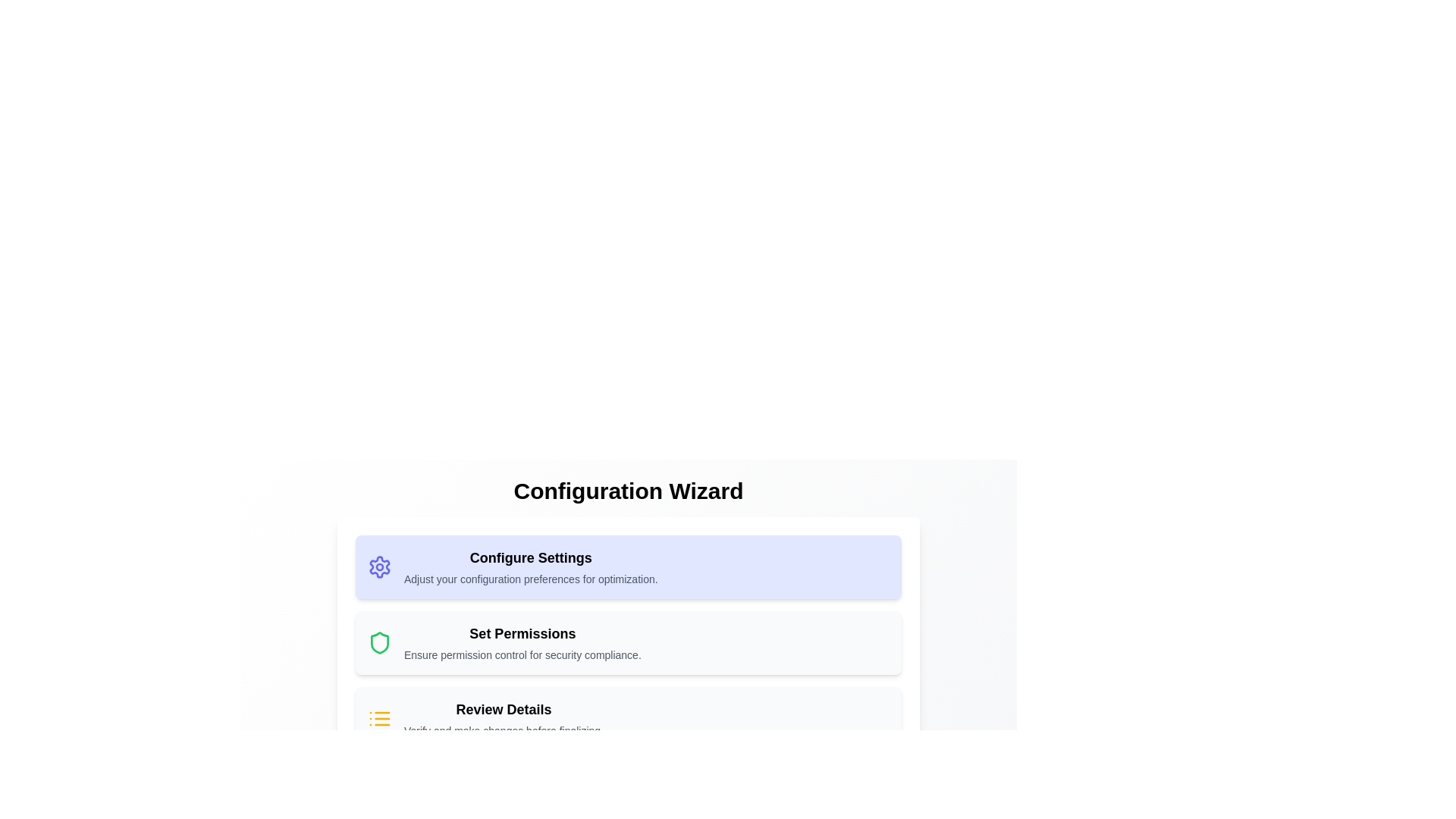 This screenshot has height=819, width=1456. What do you see at coordinates (522, 654) in the screenshot?
I see `the text label that provides further details for the 'Set Permissions' heading, located directly beneath it in the configuration interface` at bounding box center [522, 654].